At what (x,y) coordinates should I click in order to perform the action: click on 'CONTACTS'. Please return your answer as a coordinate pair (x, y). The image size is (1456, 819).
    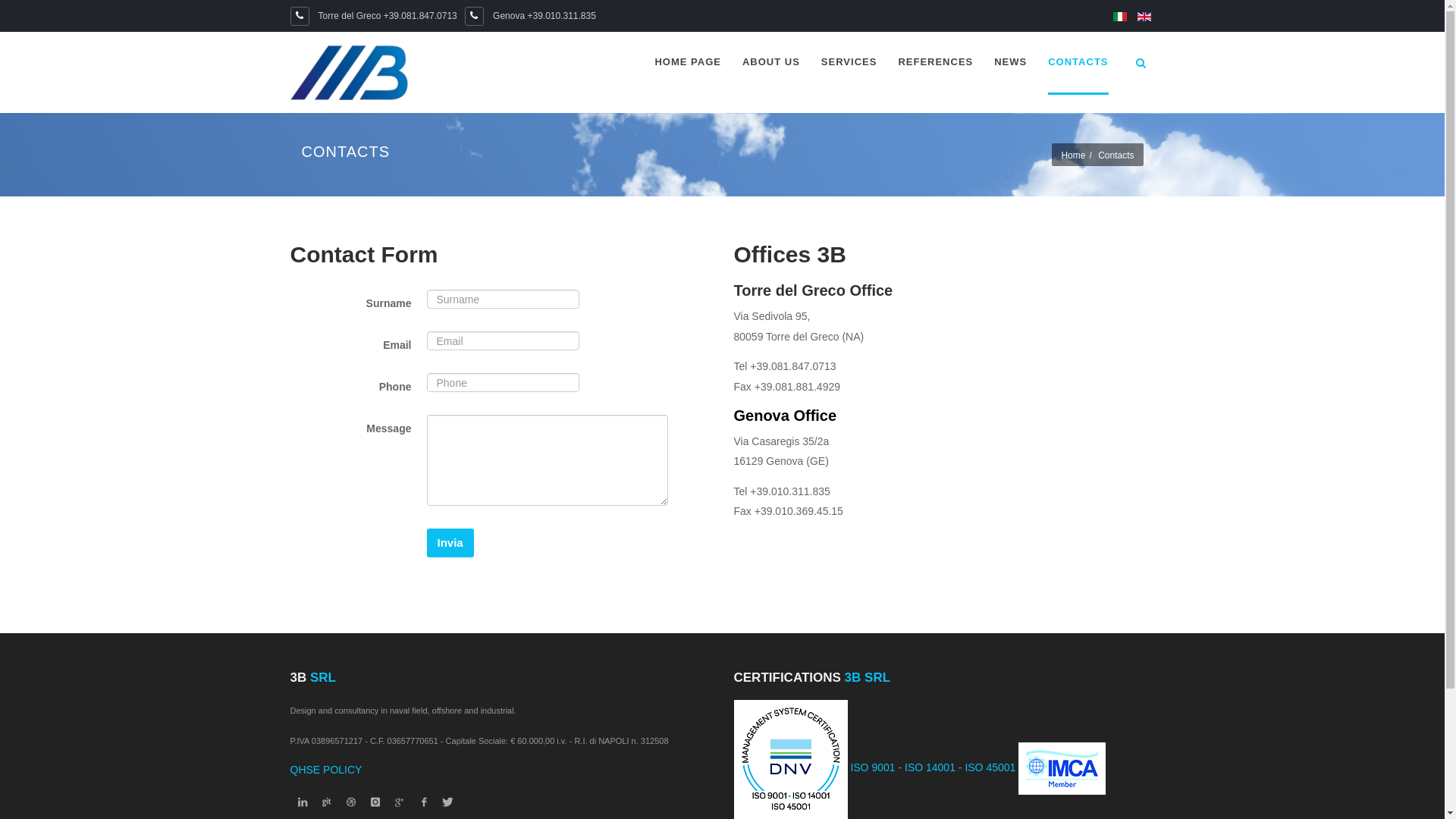
    Looking at the image, I should click on (1077, 62).